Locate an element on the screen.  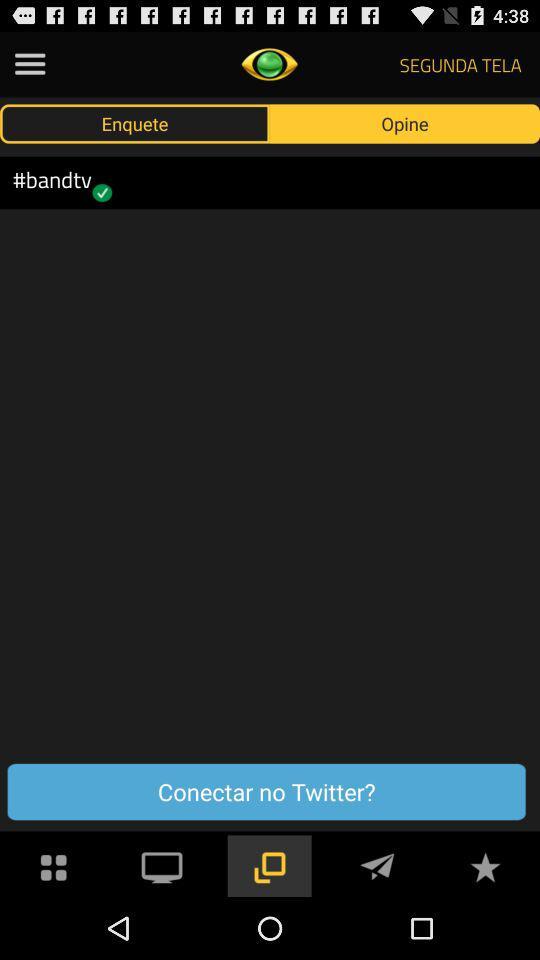
favorites is located at coordinates (484, 864).